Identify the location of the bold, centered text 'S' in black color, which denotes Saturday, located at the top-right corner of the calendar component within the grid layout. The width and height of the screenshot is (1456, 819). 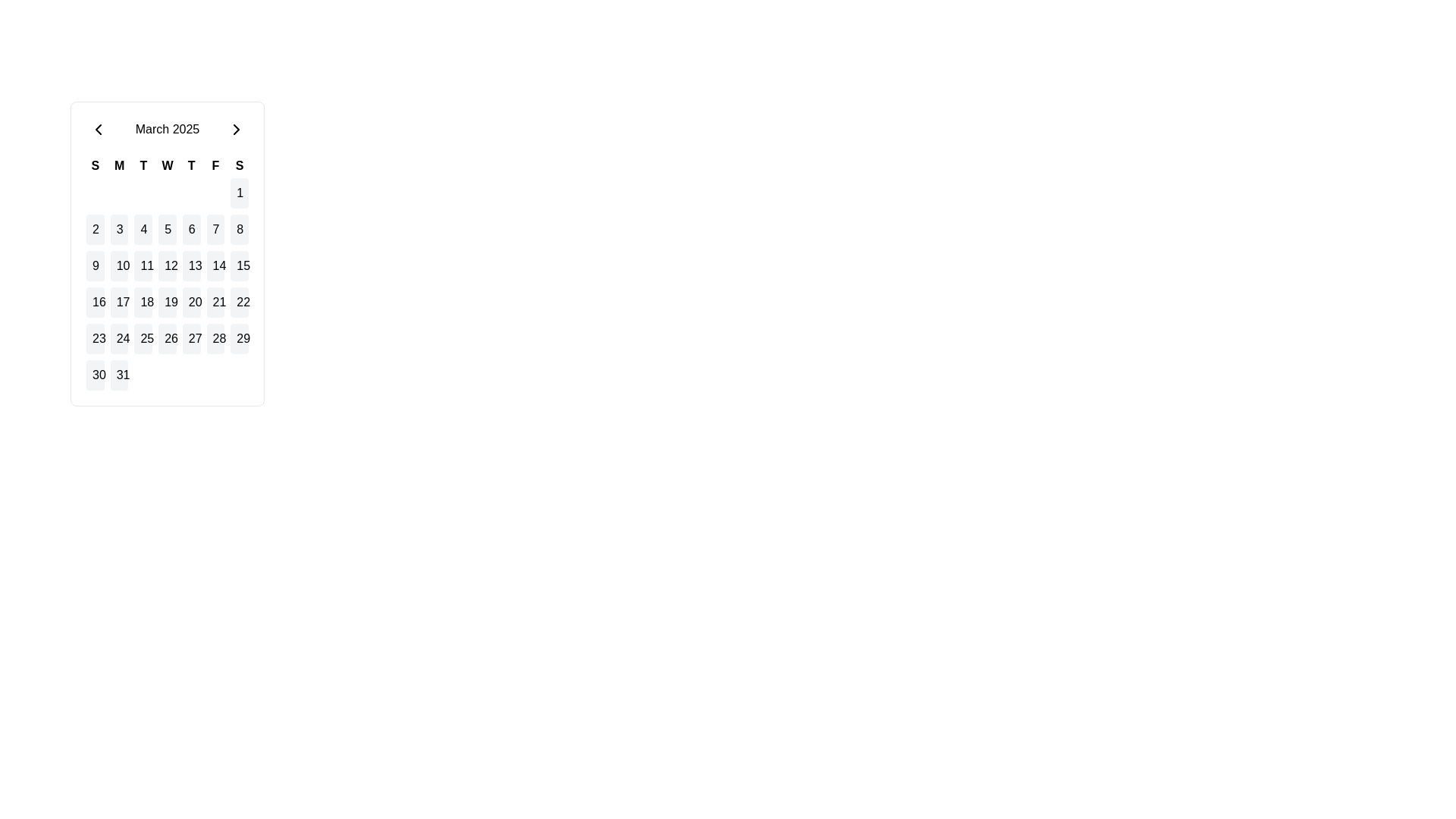
(239, 166).